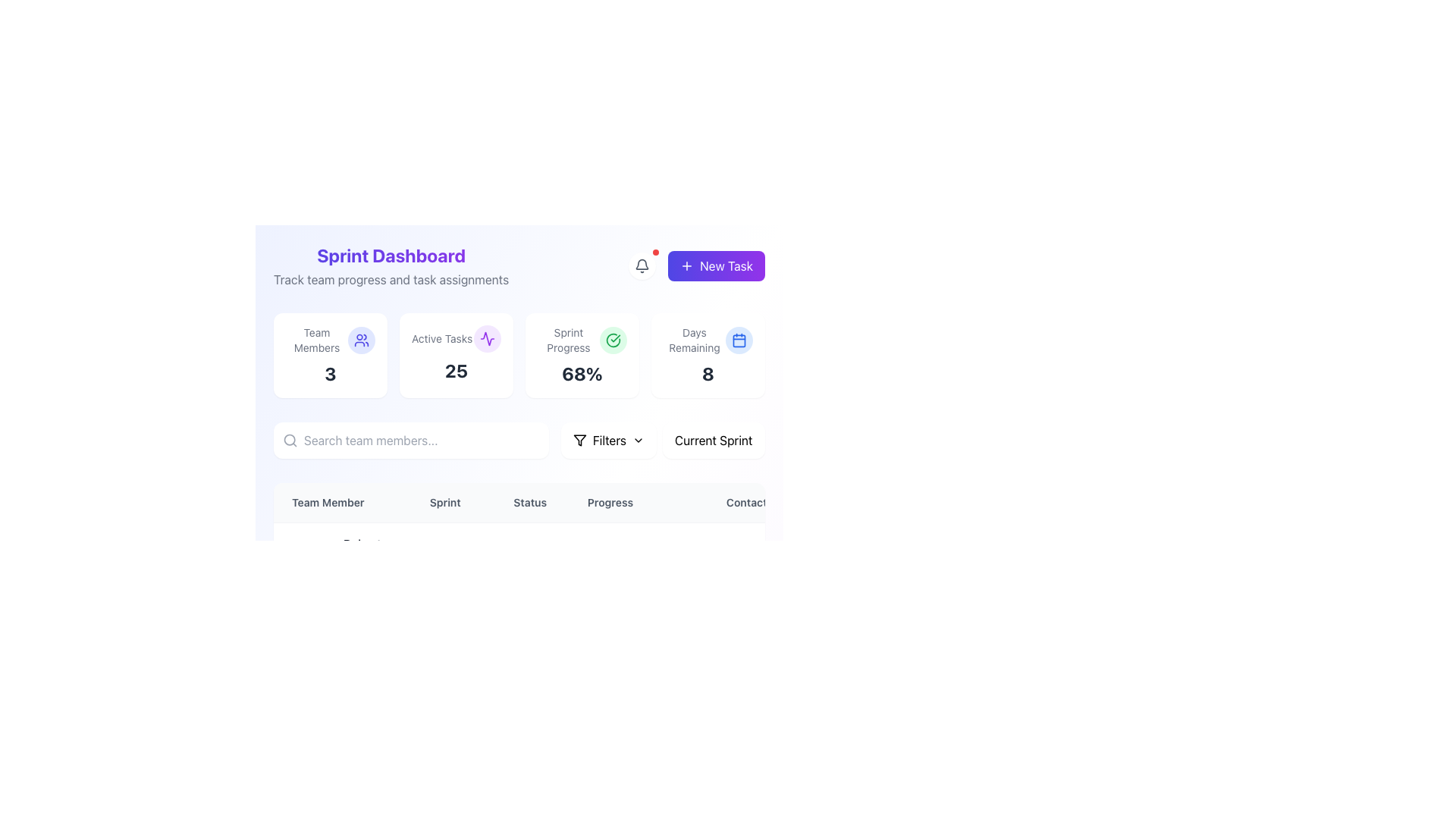  I want to click on the bell-shaped notification icon located in the top-right section of the interface, so click(642, 265).